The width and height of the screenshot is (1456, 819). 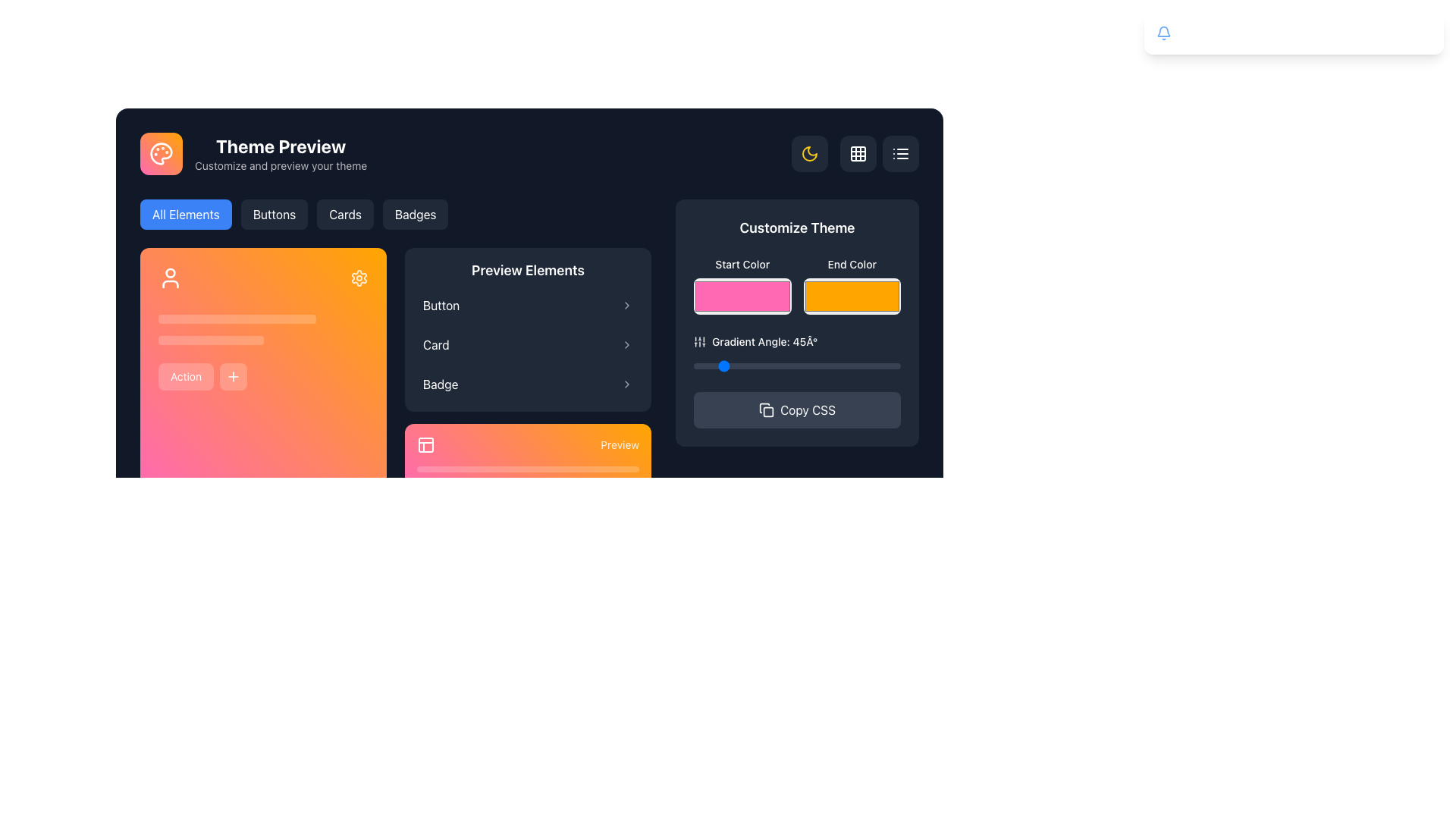 What do you see at coordinates (809, 154) in the screenshot?
I see `the moon-shaped icon on a circular dark background` at bounding box center [809, 154].